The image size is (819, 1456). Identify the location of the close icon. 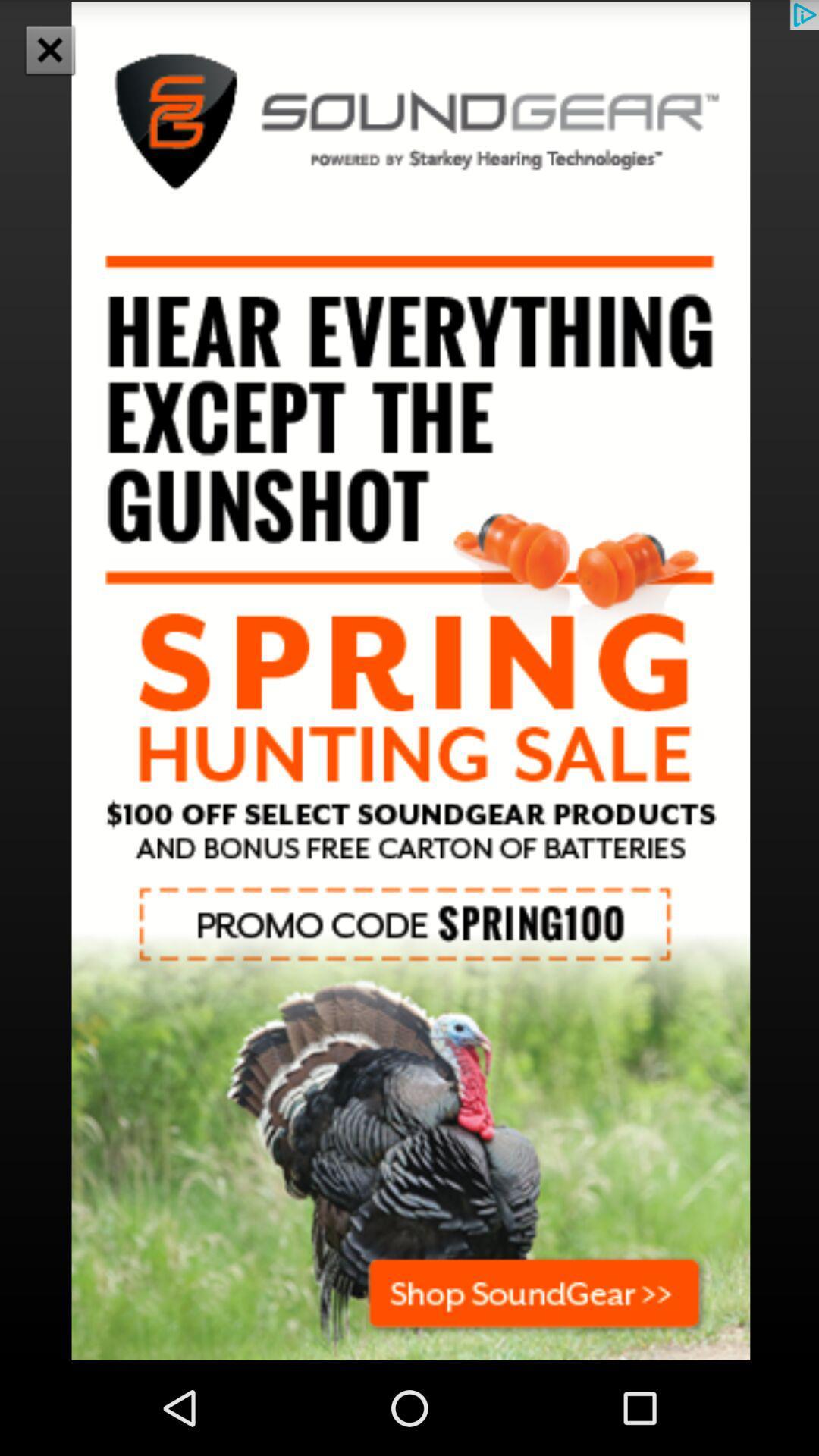
(69, 74).